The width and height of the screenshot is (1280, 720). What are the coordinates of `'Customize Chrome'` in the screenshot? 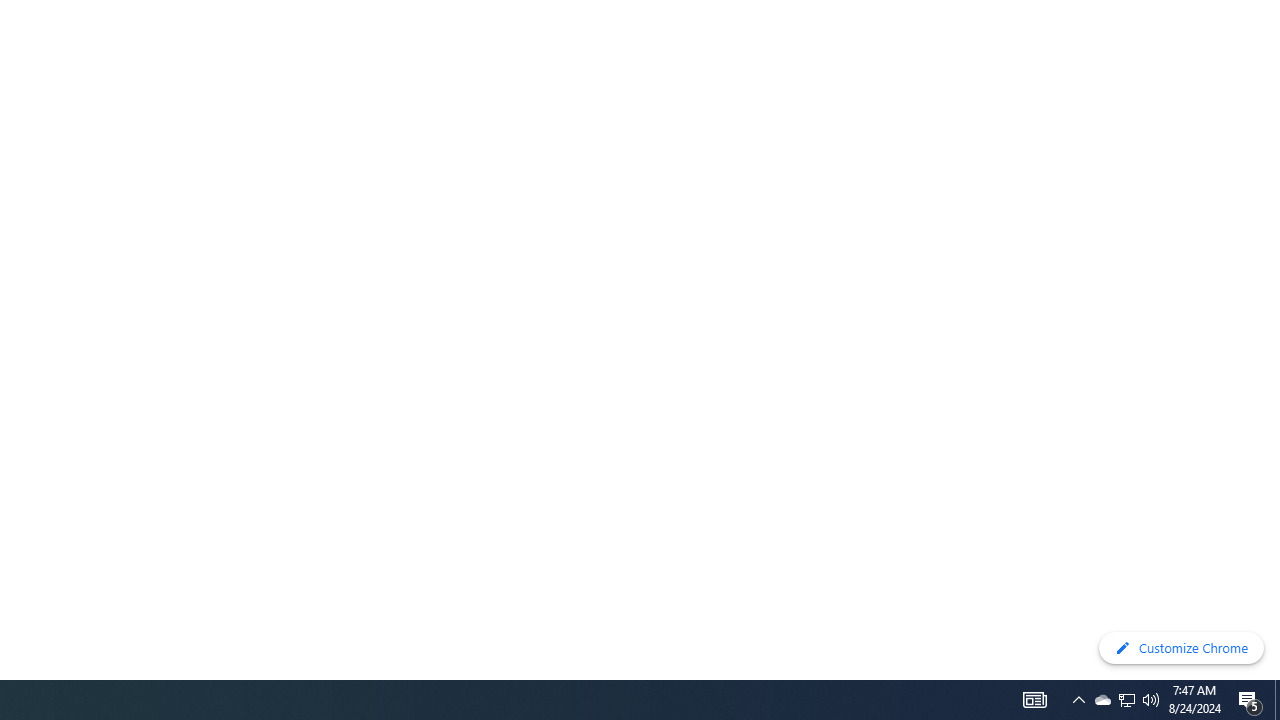 It's located at (1181, 648).